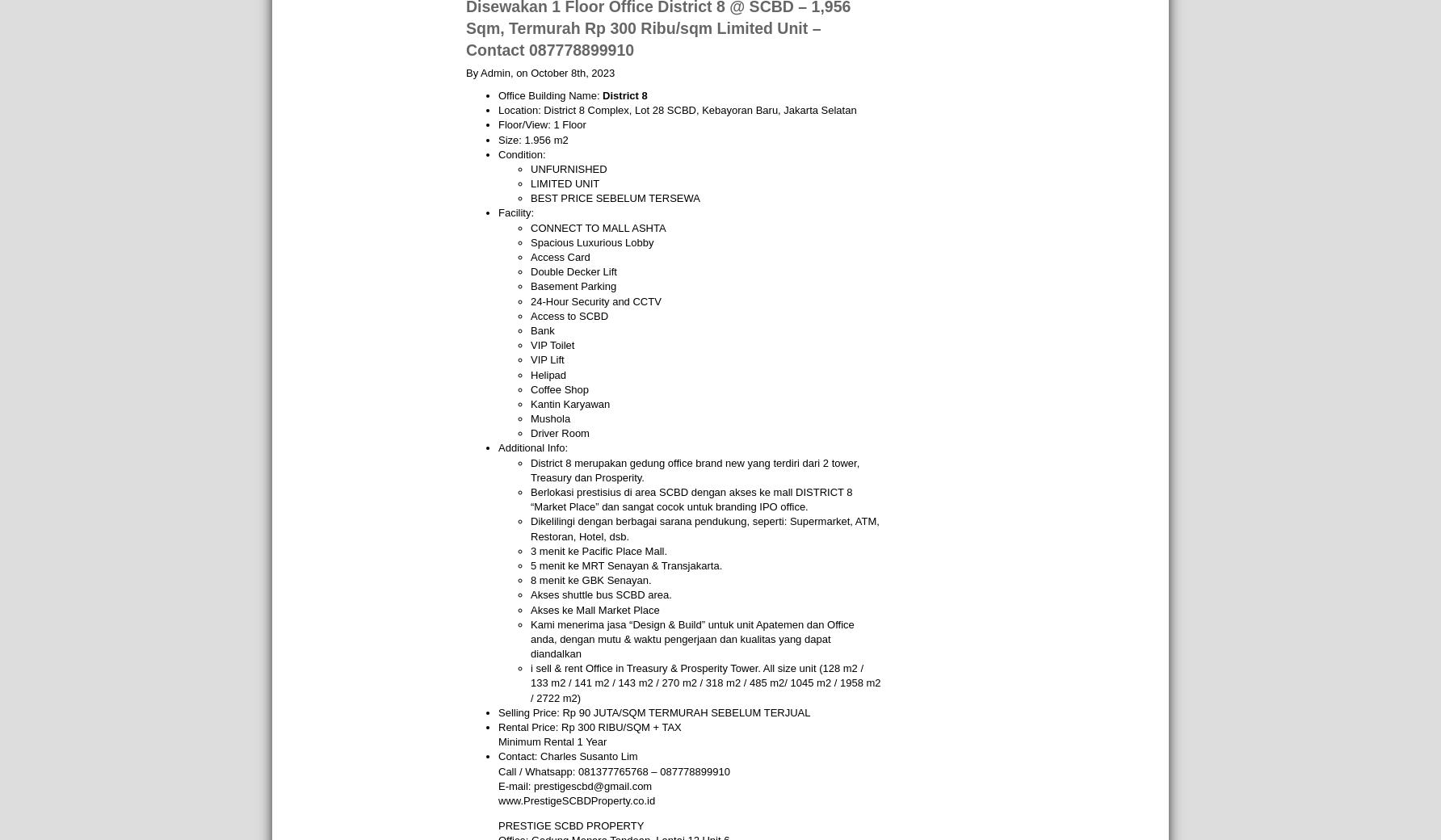 This screenshot has height=840, width=1441. Describe the element at coordinates (590, 580) in the screenshot. I see `'8 menit ke GBK Senayan.'` at that location.